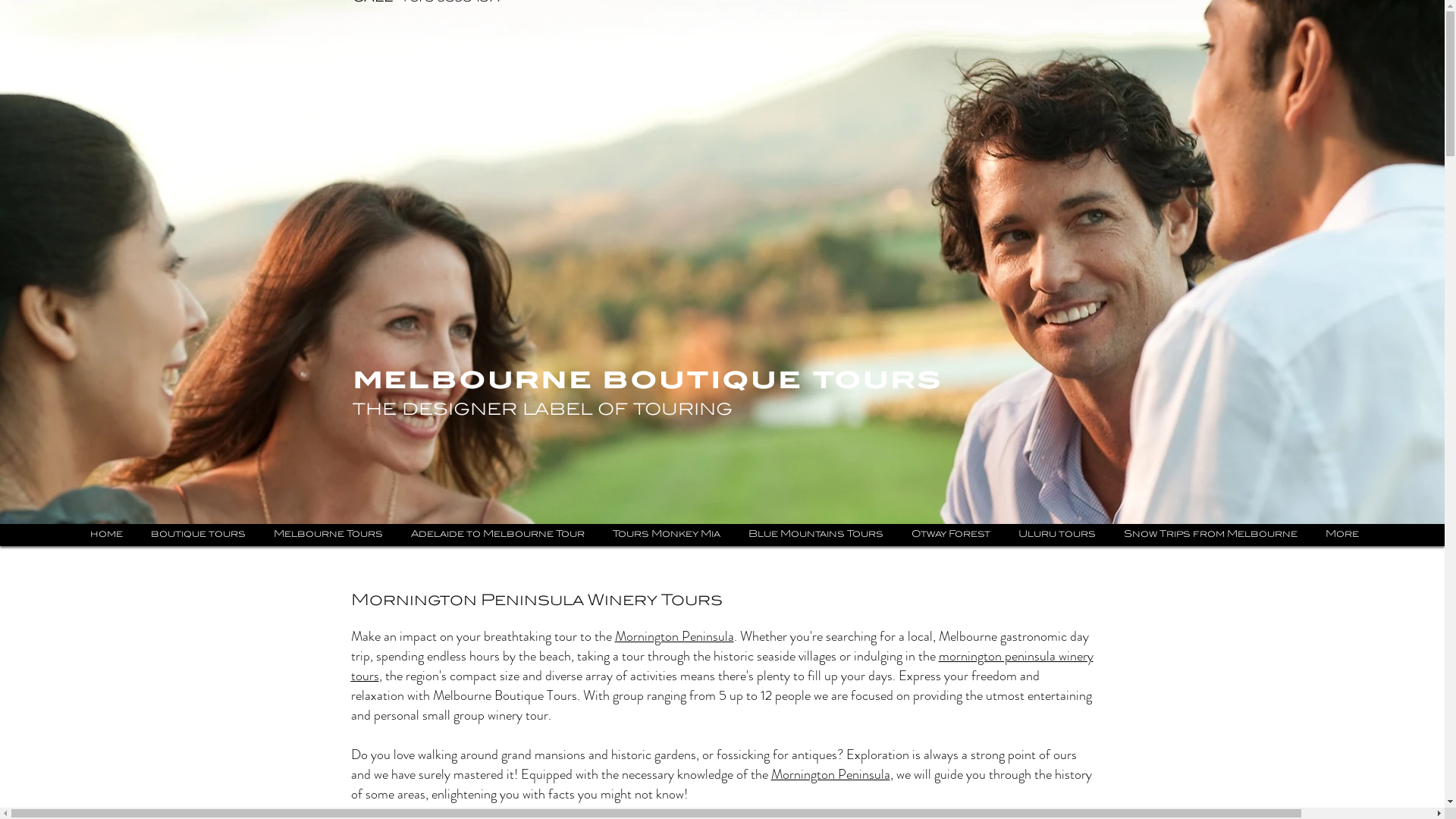  Describe the element at coordinates (814, 534) in the screenshot. I see `'Blue Mountains Tours'` at that location.